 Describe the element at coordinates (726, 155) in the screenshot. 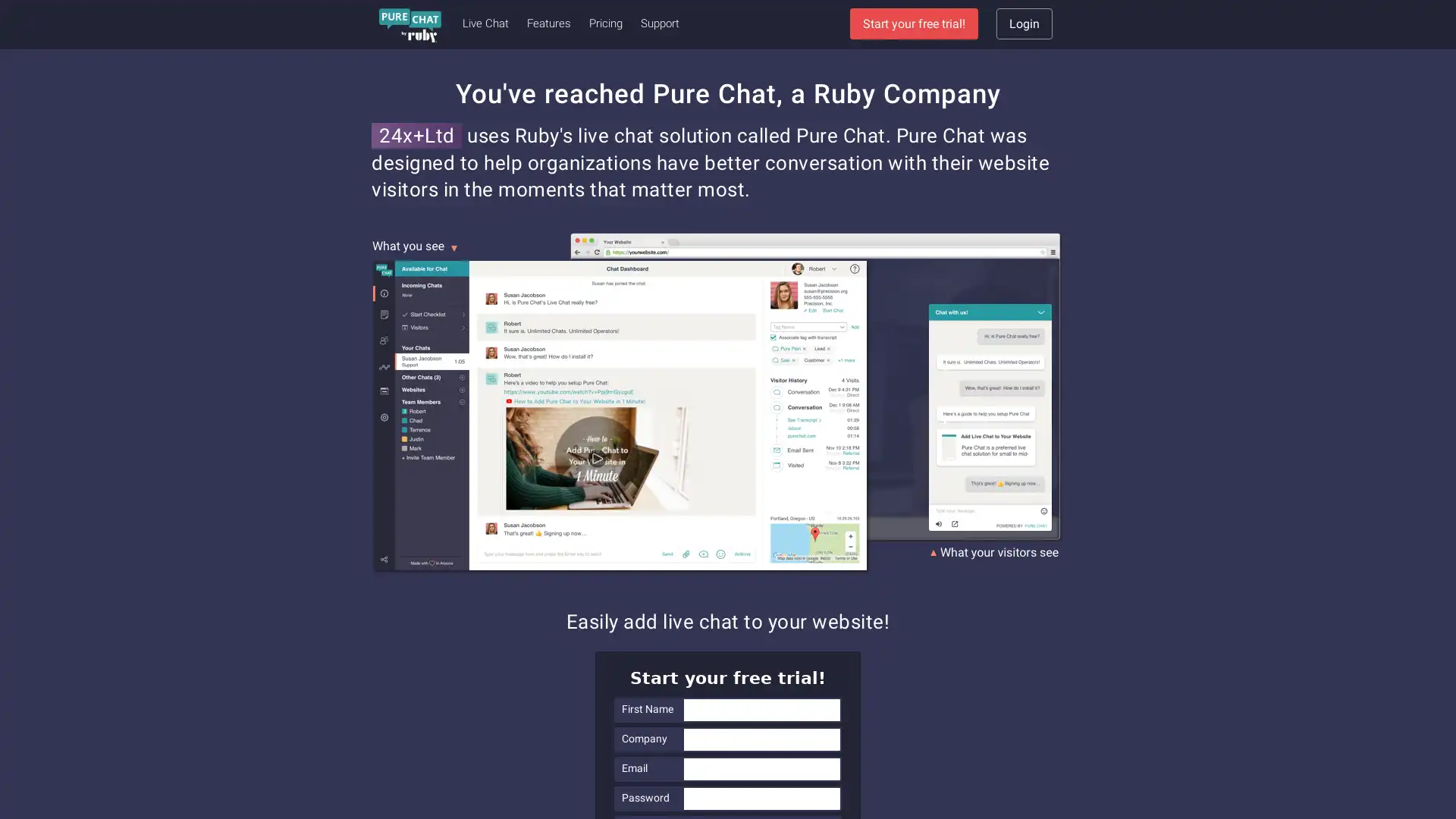

I see `Sign Up` at that location.